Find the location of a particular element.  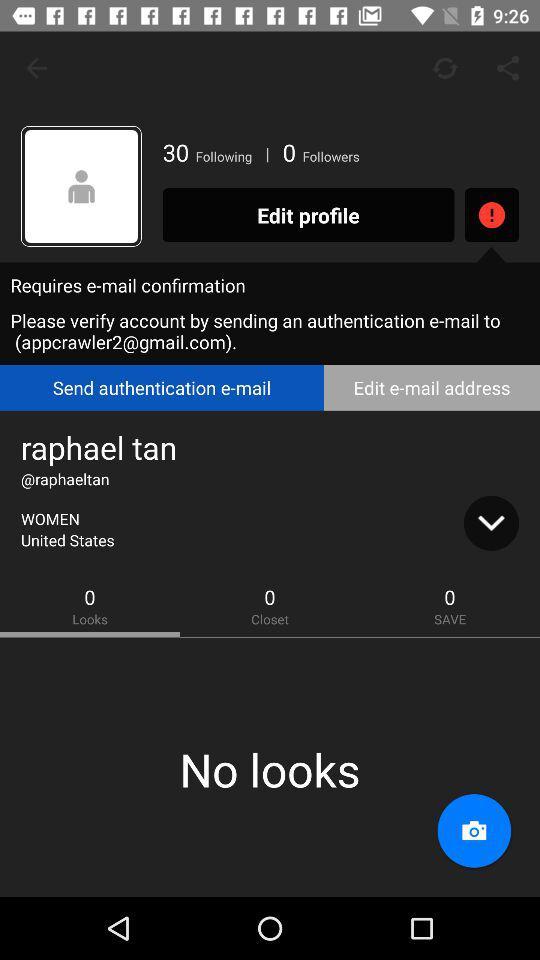

item above requires e mail icon is located at coordinates (80, 186).